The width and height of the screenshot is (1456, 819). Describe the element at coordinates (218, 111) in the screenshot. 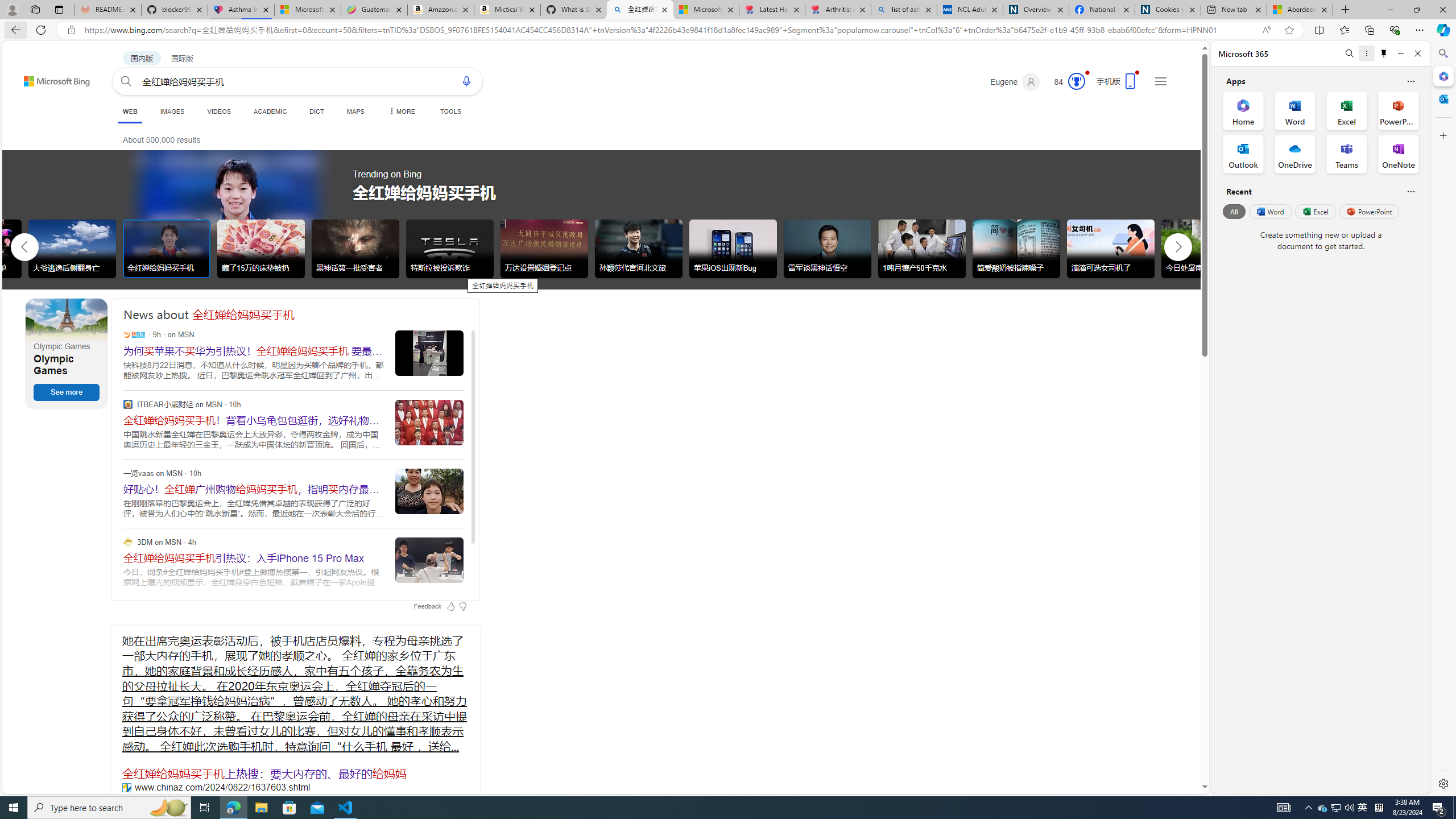

I see `'VIDEOS'` at that location.